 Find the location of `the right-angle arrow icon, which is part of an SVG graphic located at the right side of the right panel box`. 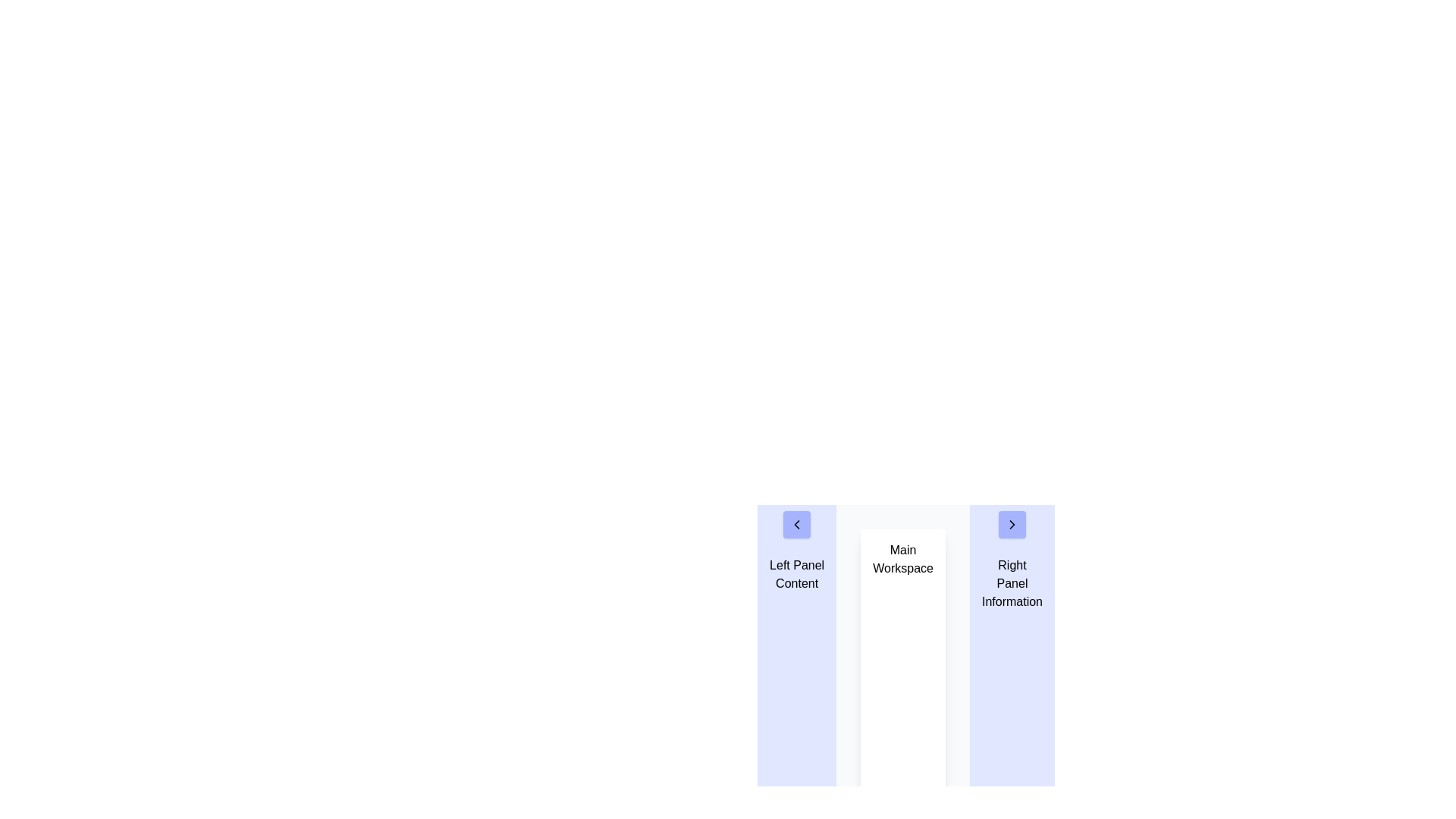

the right-angle arrow icon, which is part of an SVG graphic located at the right side of the right panel box is located at coordinates (1012, 523).